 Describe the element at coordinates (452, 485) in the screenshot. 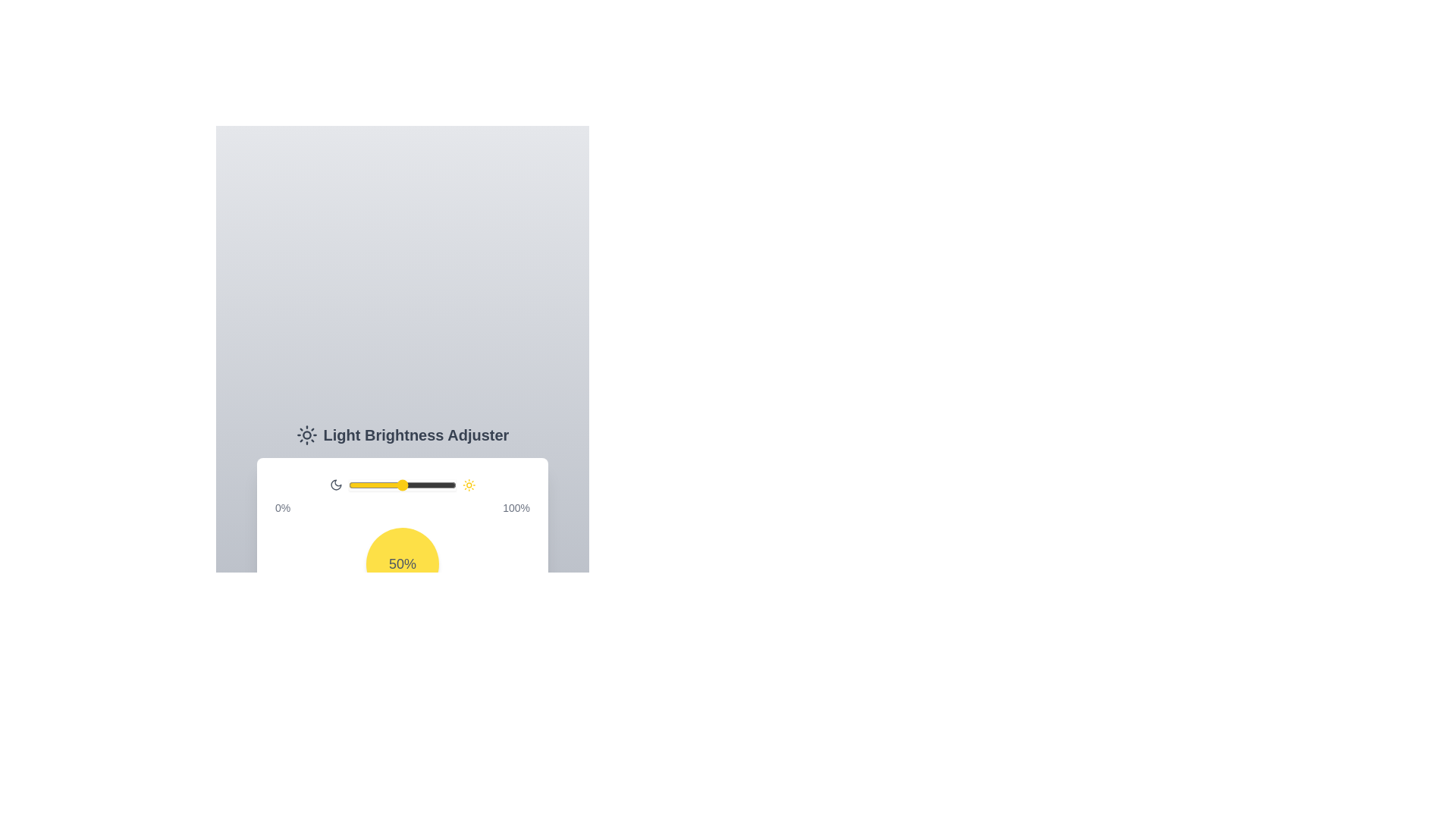

I see `the brightness to 97%` at that location.